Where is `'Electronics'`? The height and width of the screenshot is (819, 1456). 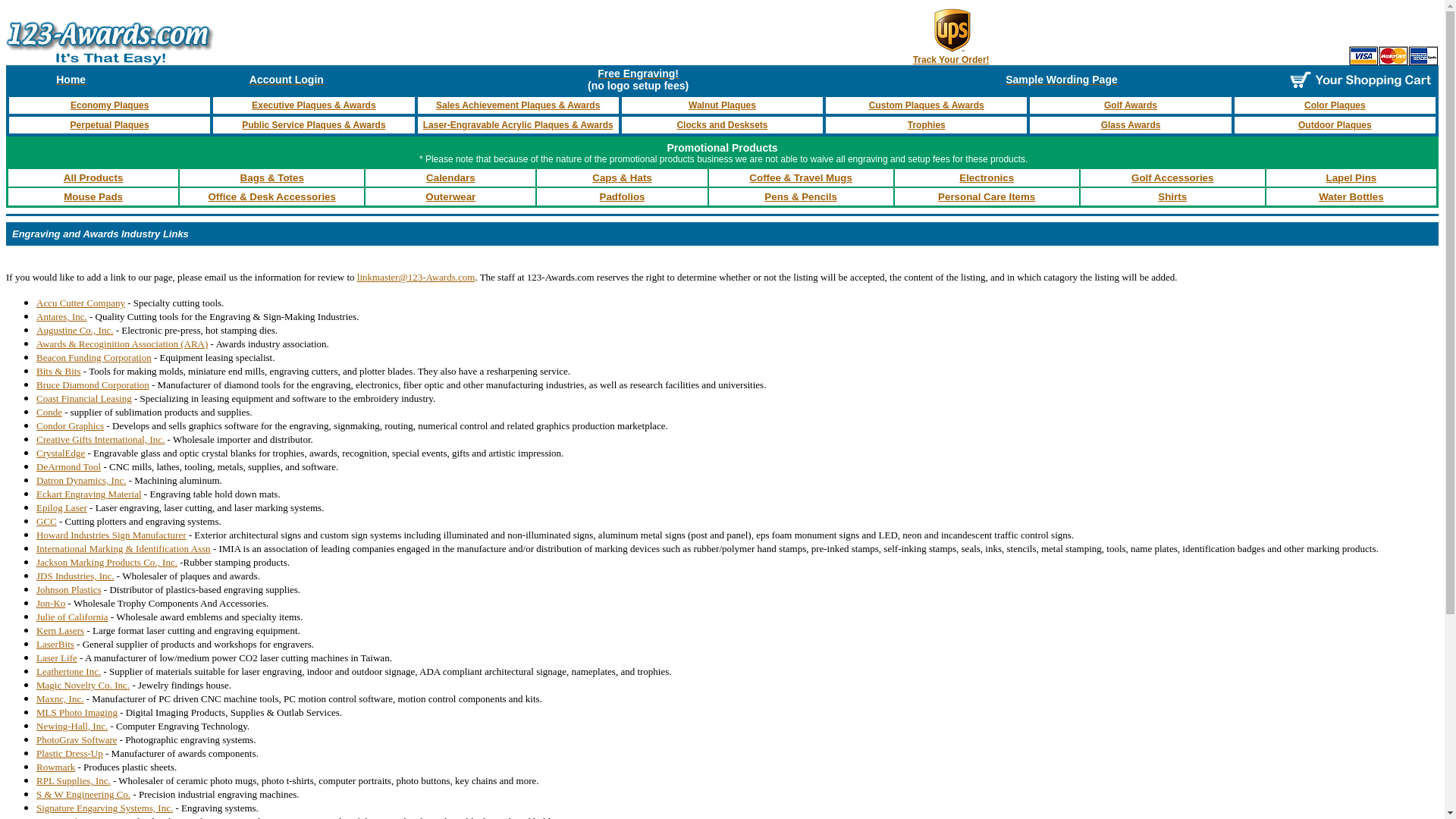 'Electronics' is located at coordinates (986, 177).